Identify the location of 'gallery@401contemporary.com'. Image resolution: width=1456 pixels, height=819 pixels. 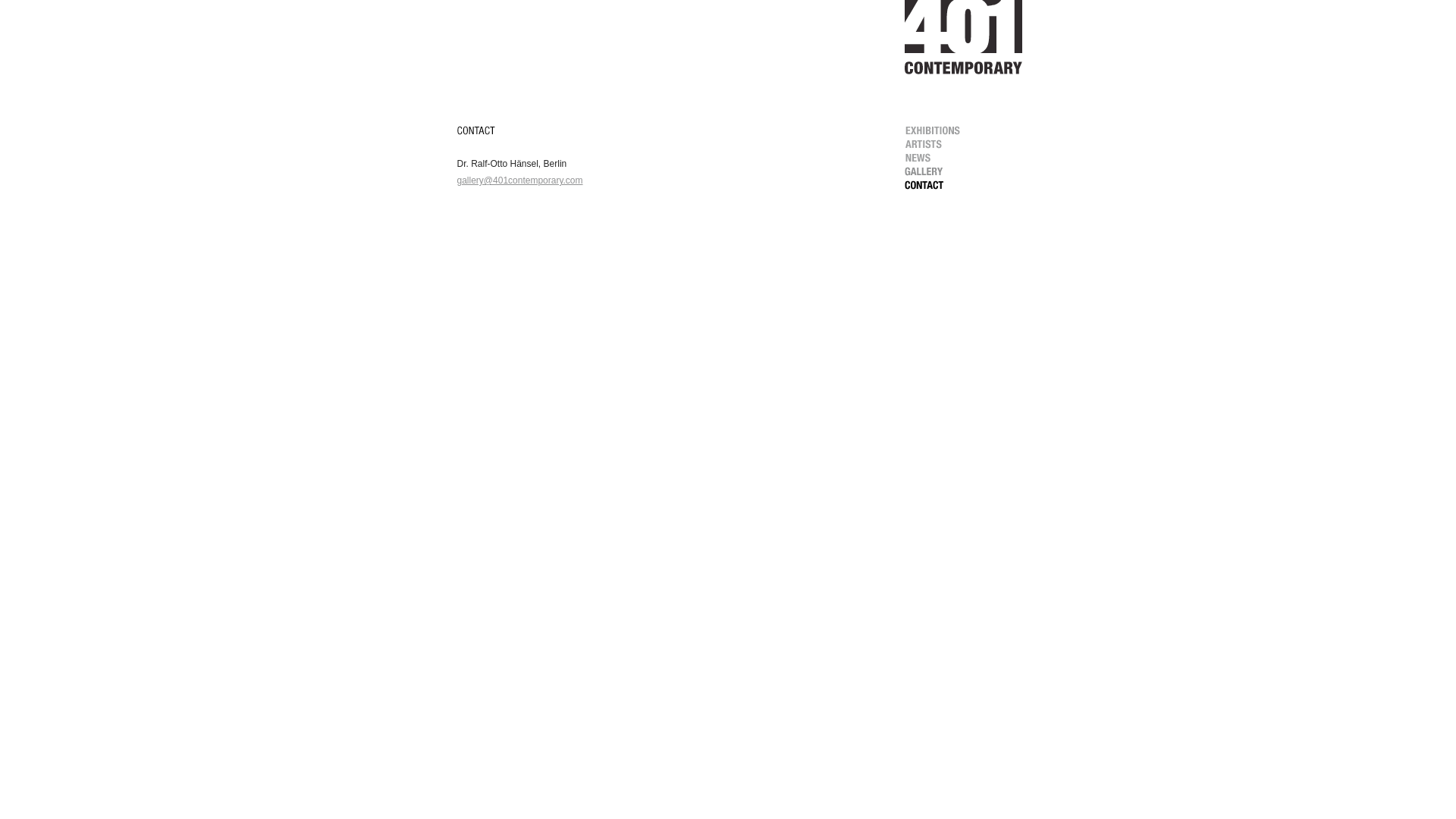
(519, 180).